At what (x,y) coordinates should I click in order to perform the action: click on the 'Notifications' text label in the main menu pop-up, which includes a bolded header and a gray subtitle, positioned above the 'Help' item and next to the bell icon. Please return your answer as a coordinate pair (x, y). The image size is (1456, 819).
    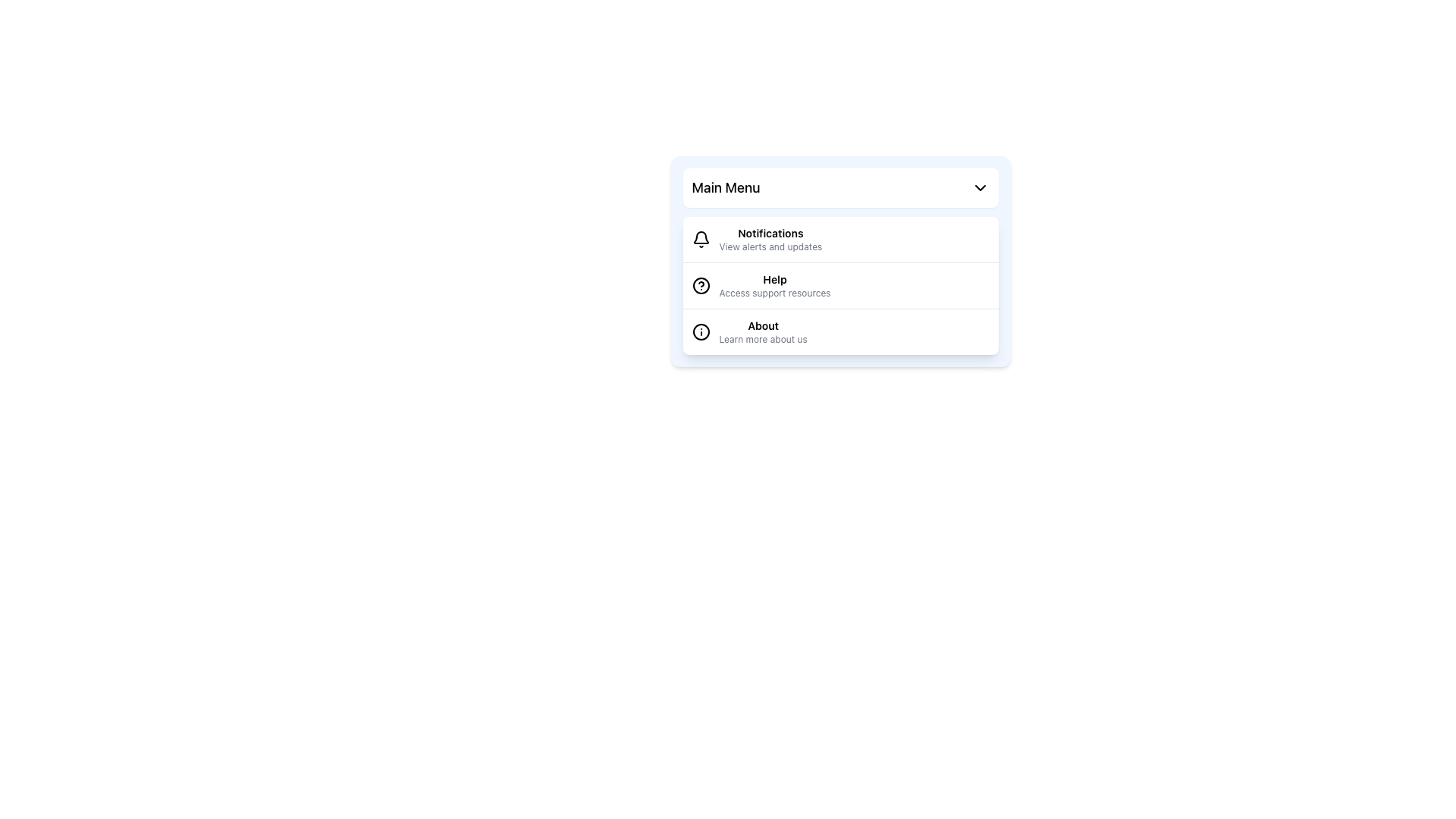
    Looking at the image, I should click on (770, 239).